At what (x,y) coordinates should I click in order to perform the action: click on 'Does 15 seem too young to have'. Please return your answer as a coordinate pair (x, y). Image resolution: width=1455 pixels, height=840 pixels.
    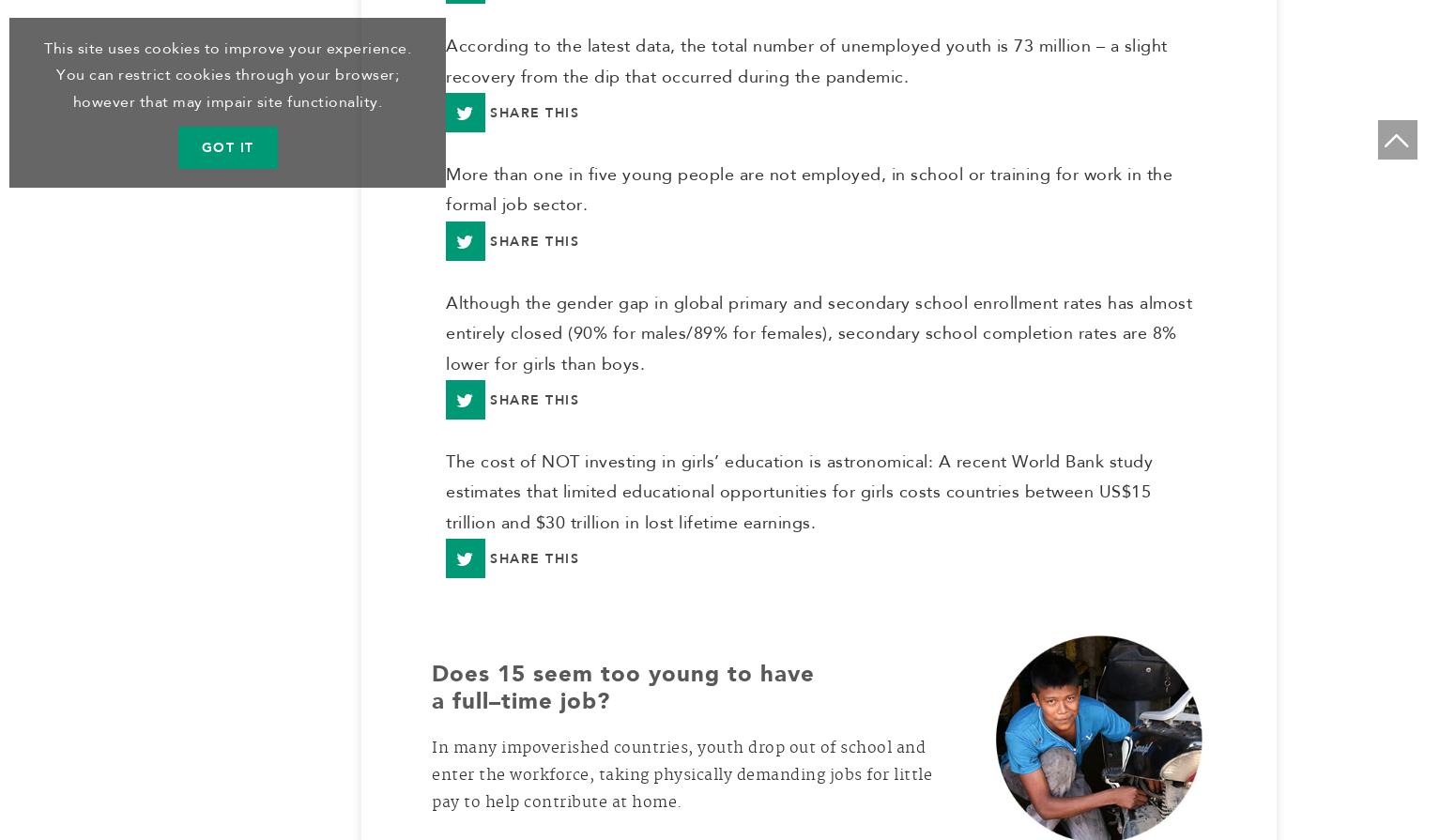
    Looking at the image, I should click on (622, 681).